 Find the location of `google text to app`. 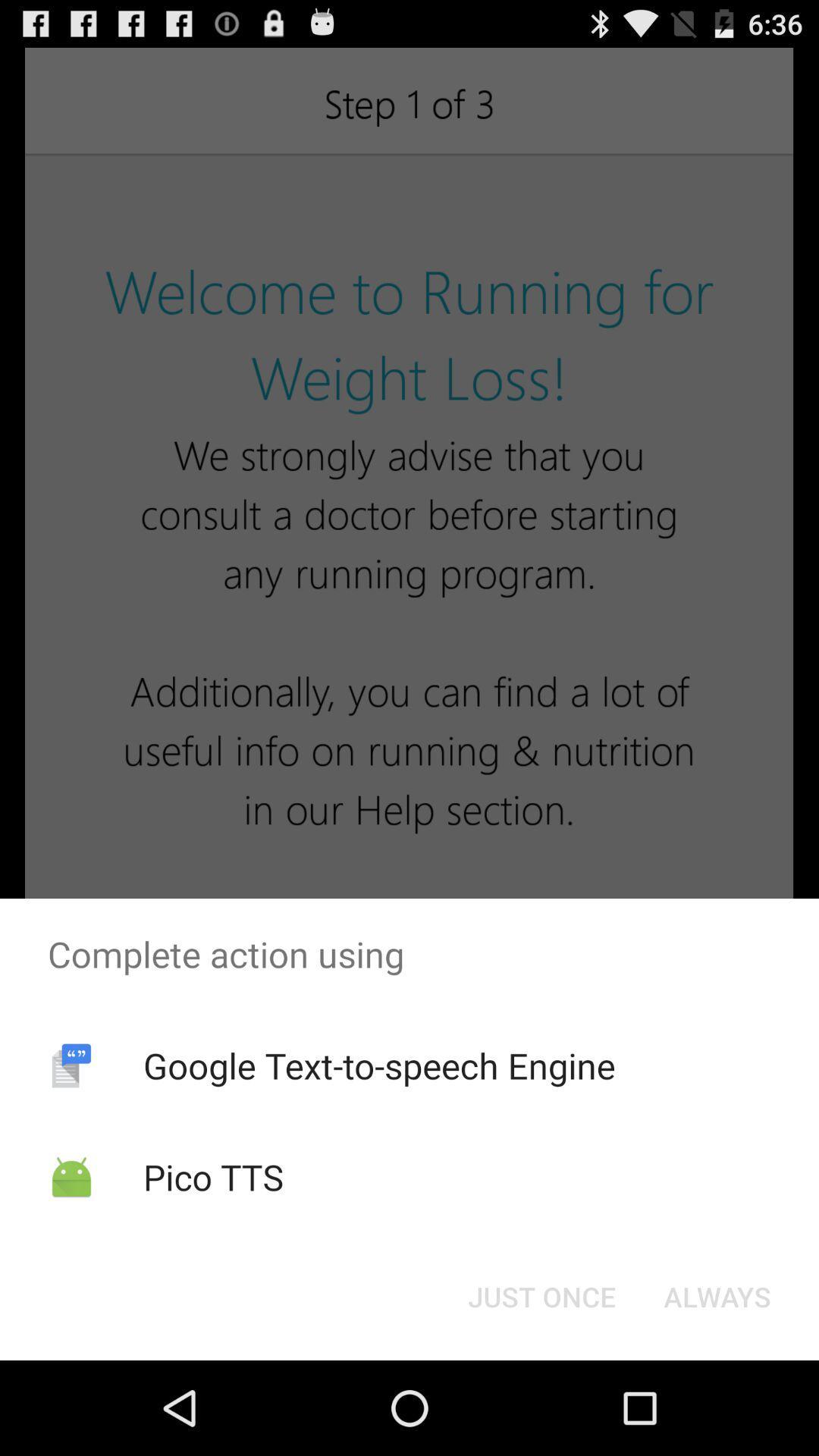

google text to app is located at coordinates (378, 1065).